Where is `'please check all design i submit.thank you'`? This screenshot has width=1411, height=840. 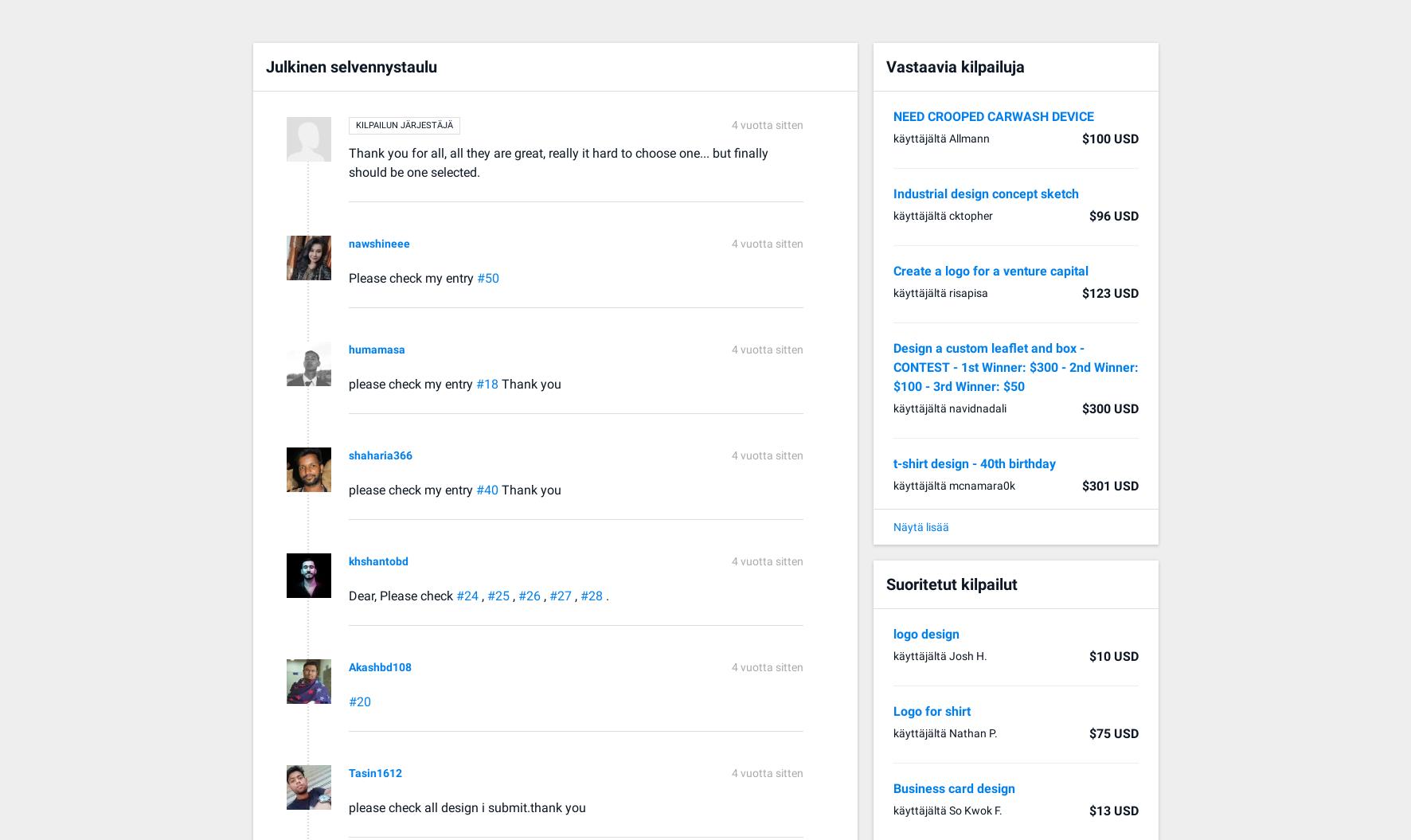 'please check all design i submit.thank you' is located at coordinates (349, 806).